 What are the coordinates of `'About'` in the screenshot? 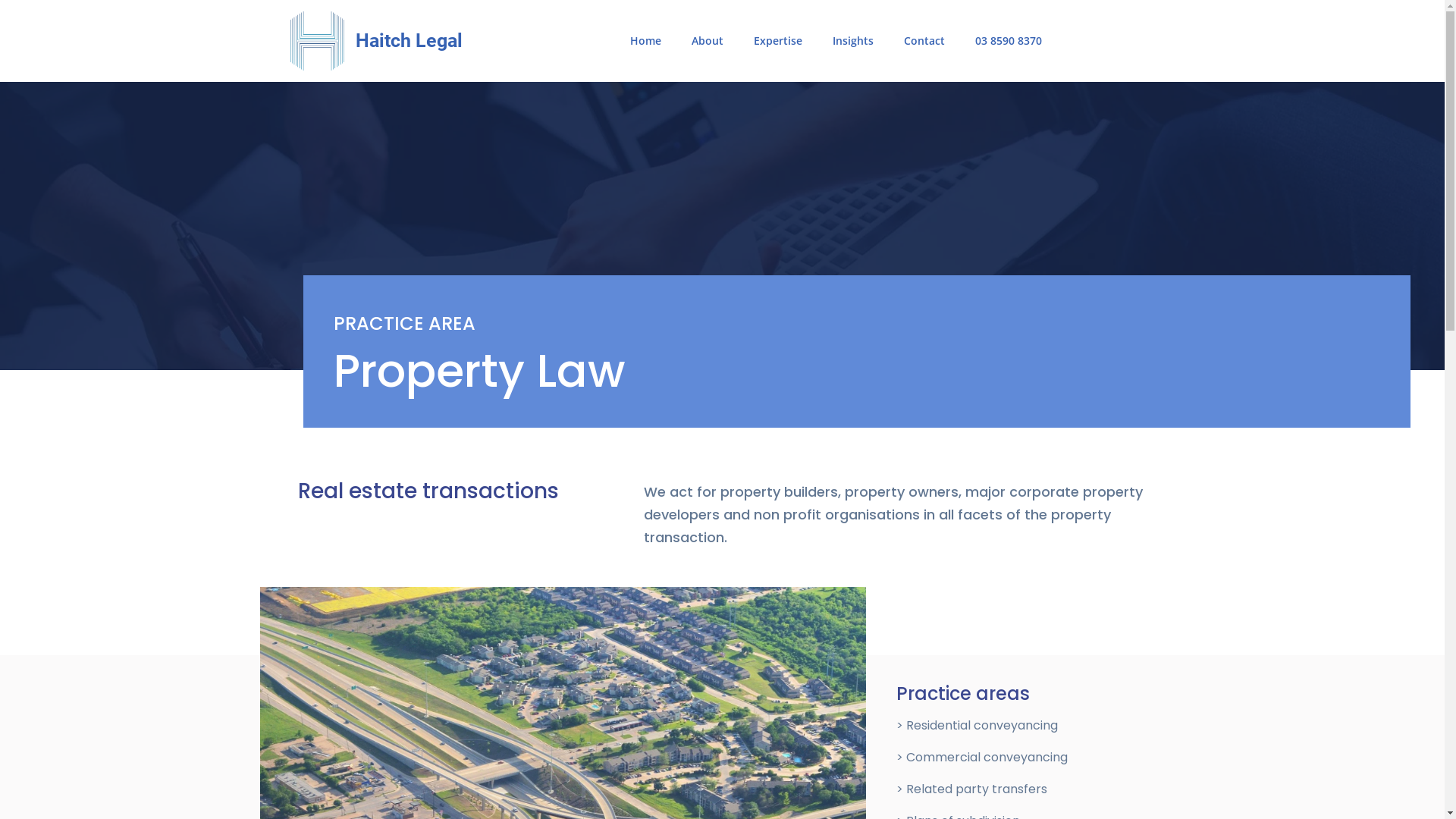 It's located at (676, 40).